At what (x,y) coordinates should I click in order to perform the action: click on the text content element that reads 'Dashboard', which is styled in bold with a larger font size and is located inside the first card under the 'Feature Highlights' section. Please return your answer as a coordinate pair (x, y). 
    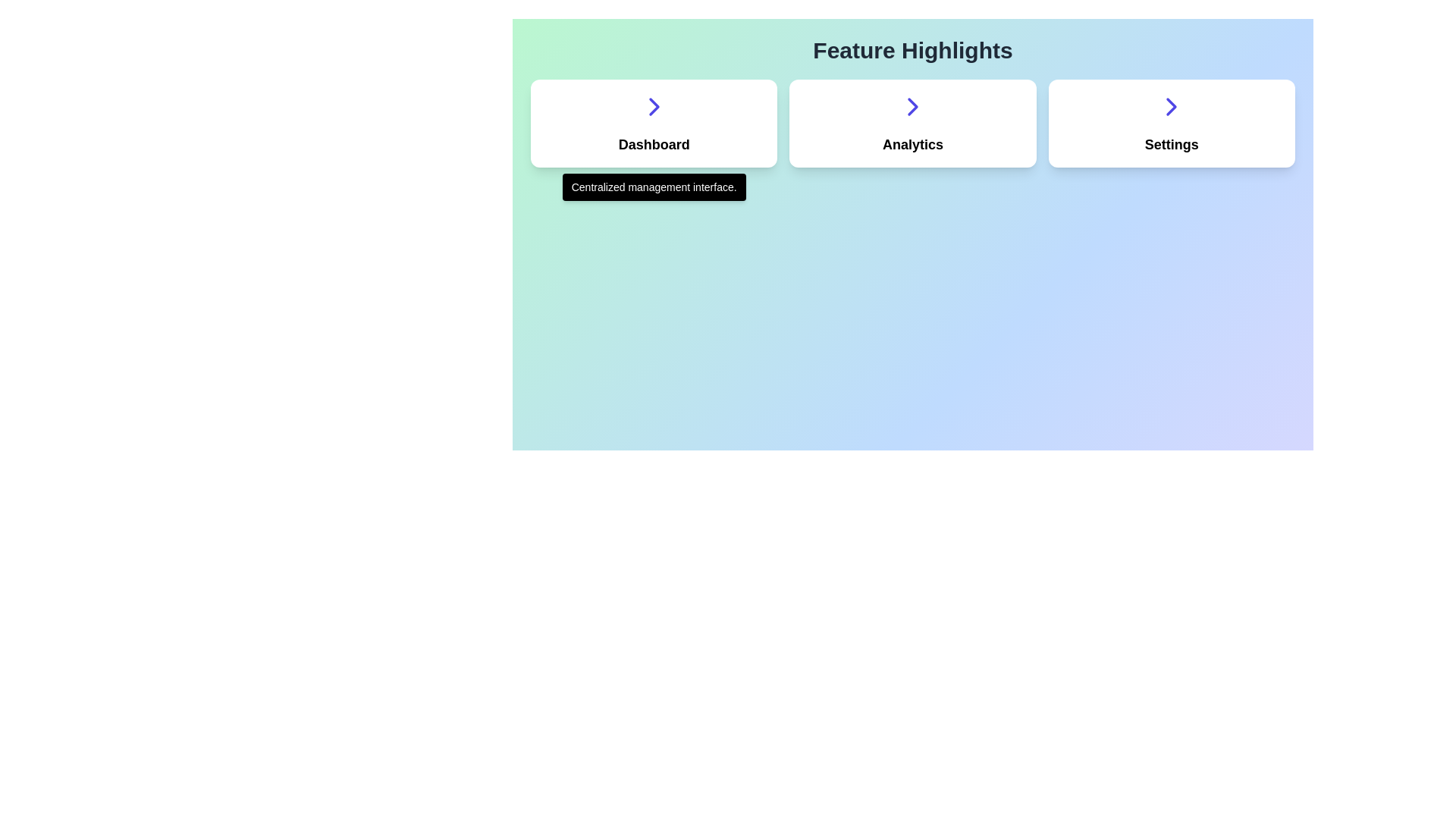
    Looking at the image, I should click on (654, 145).